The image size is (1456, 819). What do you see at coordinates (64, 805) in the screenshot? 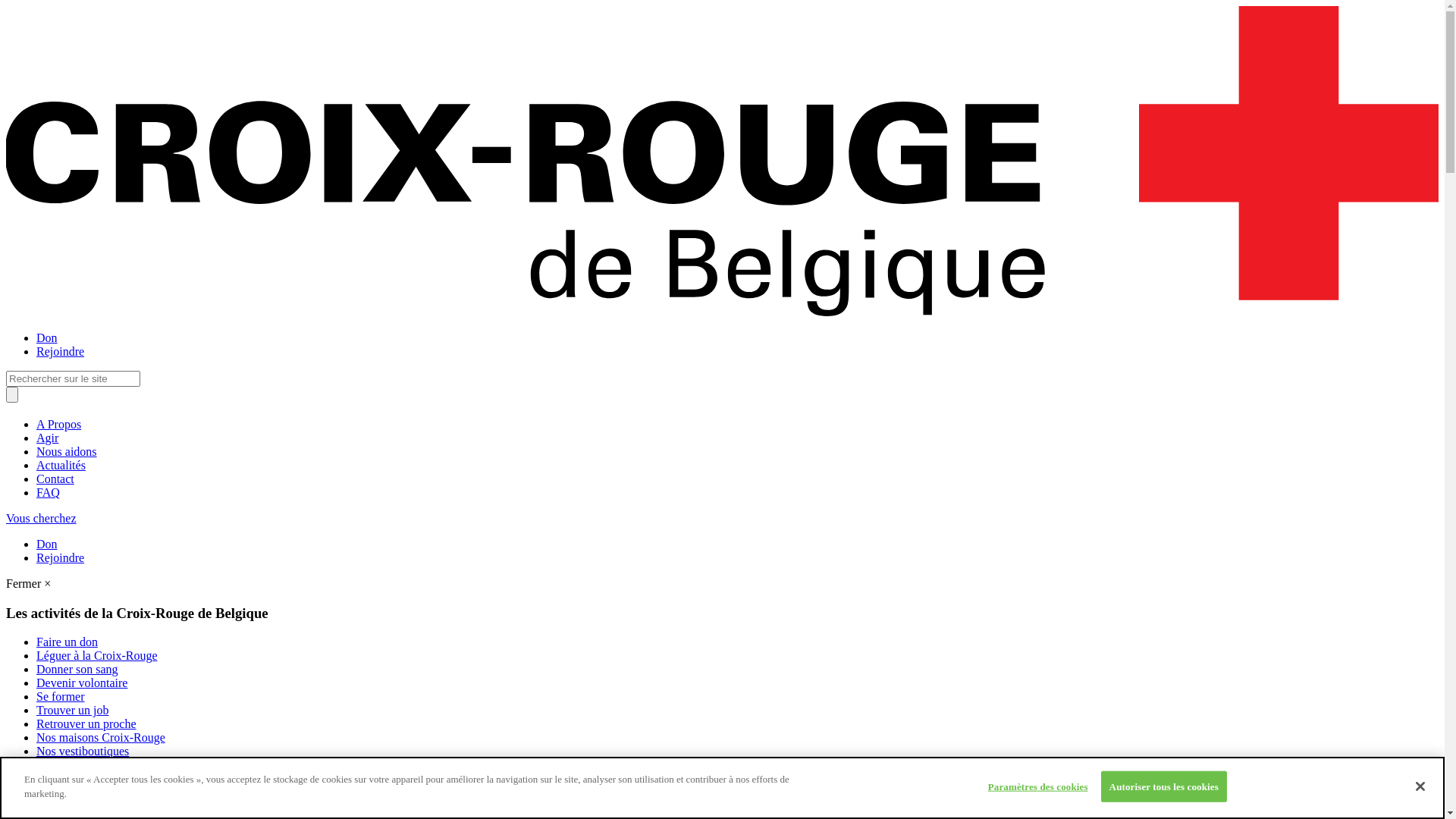
I see `'La jeunesse'` at bounding box center [64, 805].